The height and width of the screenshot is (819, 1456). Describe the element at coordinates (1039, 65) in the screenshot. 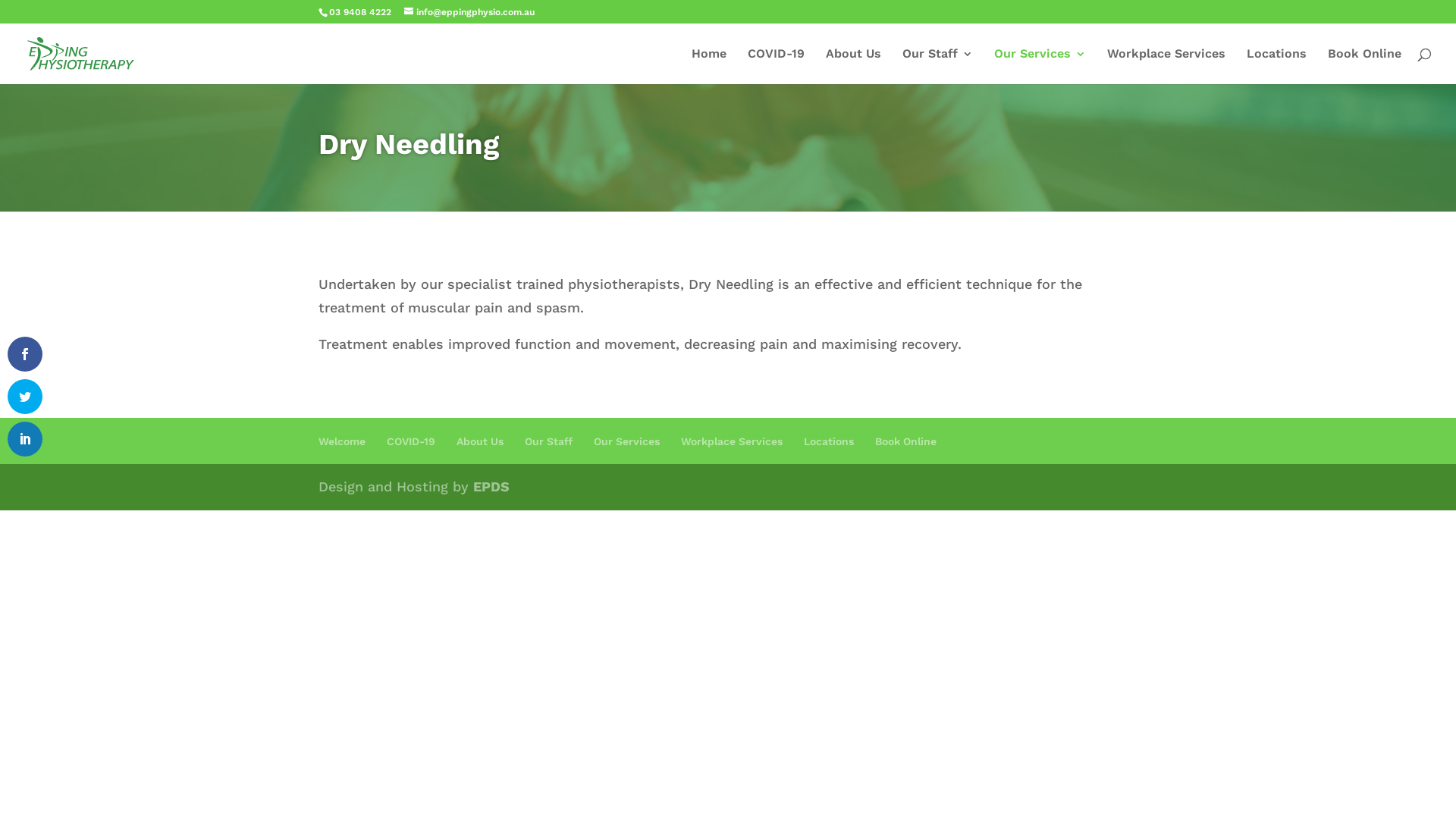

I see `'Our Services'` at that location.